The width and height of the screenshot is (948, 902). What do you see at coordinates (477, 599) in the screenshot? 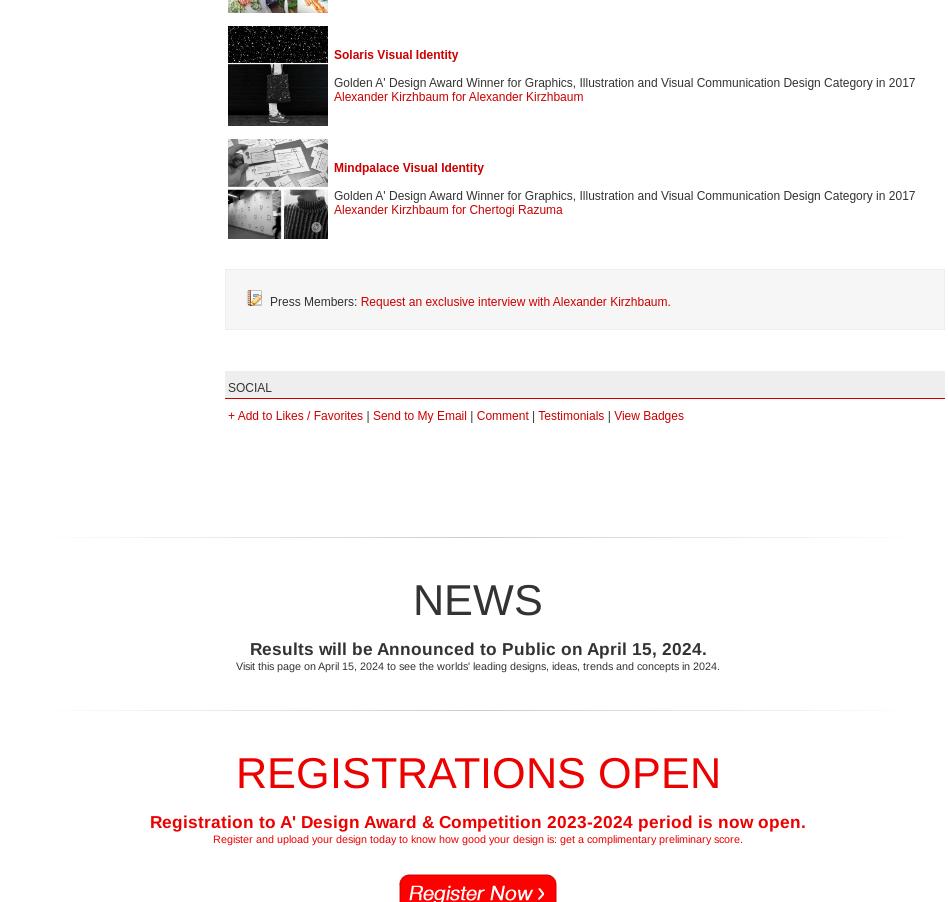
I see `'NEWS'` at bounding box center [477, 599].